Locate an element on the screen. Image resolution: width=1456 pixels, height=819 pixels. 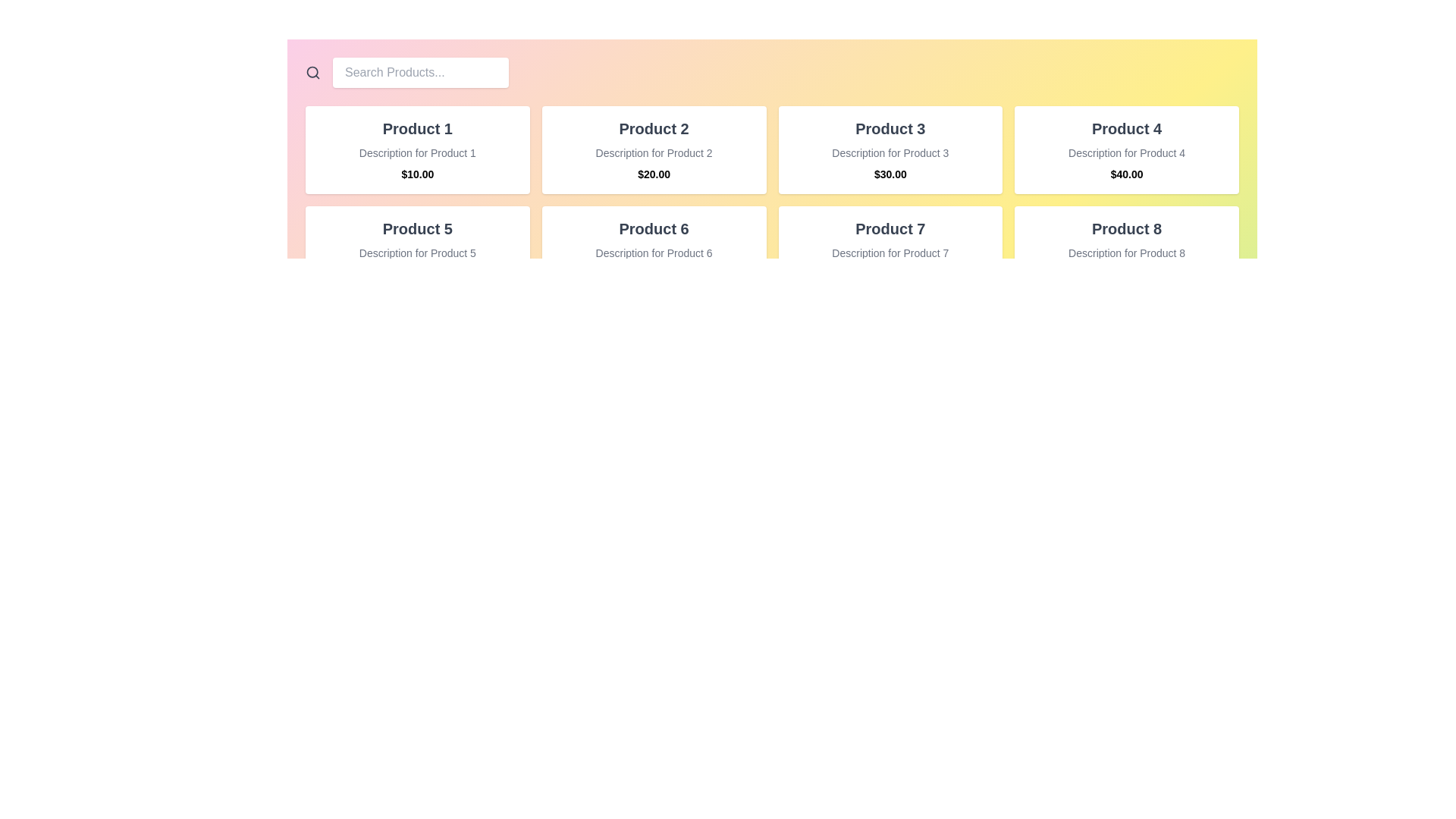
the text label displaying '$20.00', which is located beneath the description text for 'Product 2' in its card is located at coordinates (654, 174).